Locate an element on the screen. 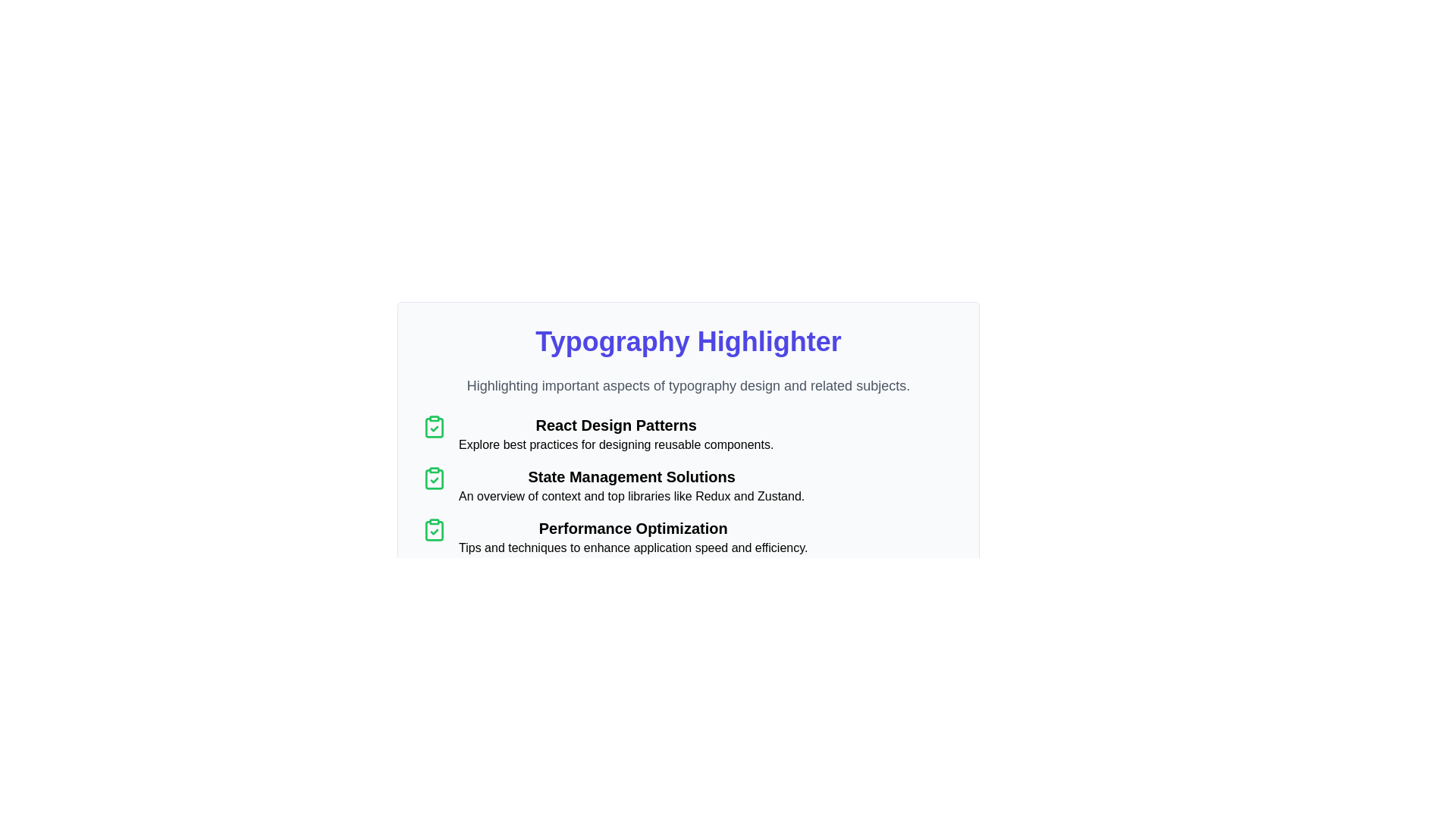 This screenshot has height=819, width=1456. text label displaying 'An overview of context and top libraries like Redux and Zustand.' which is located below the heading 'State Management Solutions' is located at coordinates (632, 497).